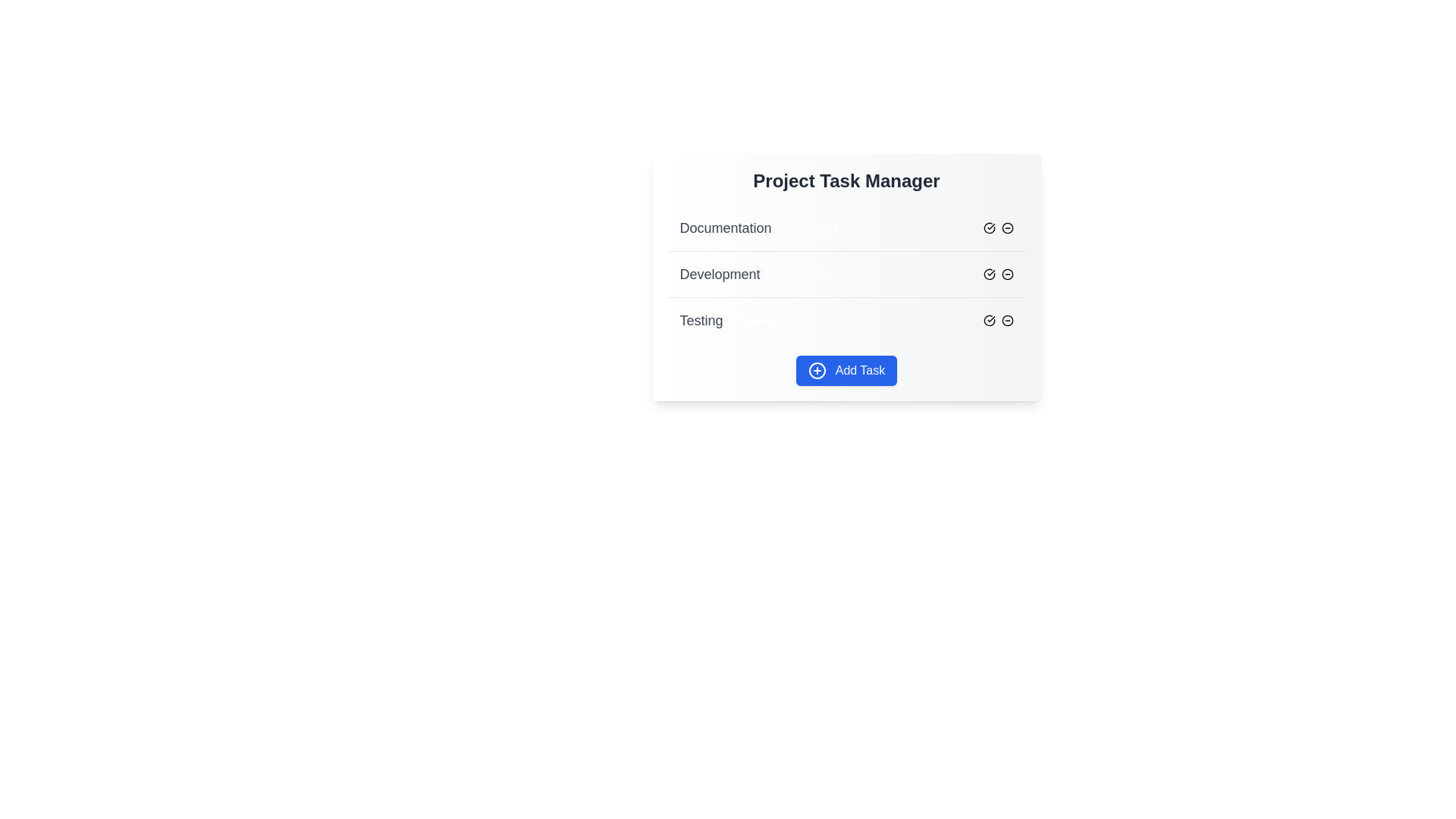 The height and width of the screenshot is (819, 1456). Describe the element at coordinates (846, 320) in the screenshot. I see `task name 'Testing' and its status 'Pending' from the task row in the task manager interface` at that location.